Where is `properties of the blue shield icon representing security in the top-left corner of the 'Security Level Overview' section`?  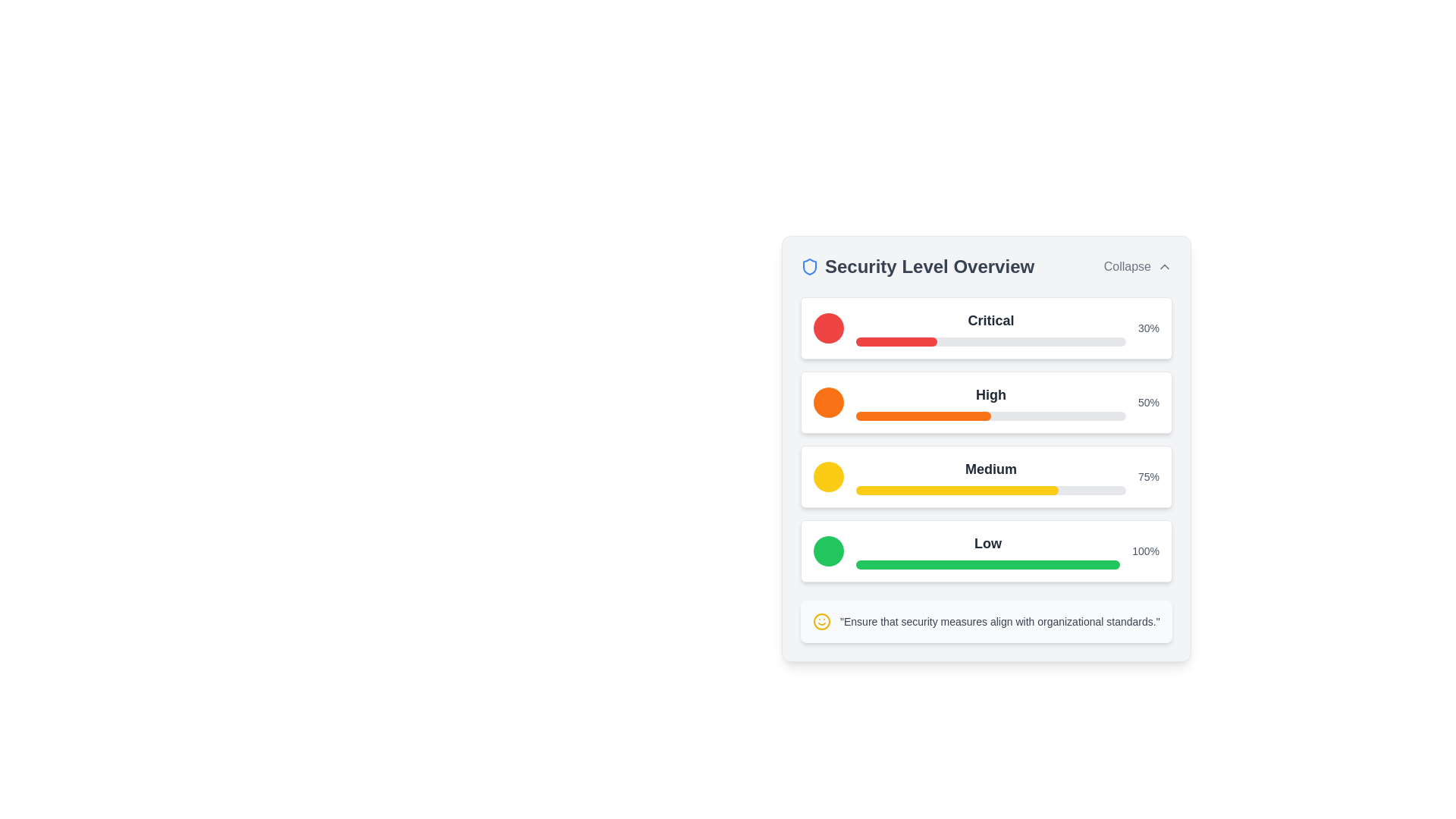
properties of the blue shield icon representing security in the top-left corner of the 'Security Level Overview' section is located at coordinates (809, 265).